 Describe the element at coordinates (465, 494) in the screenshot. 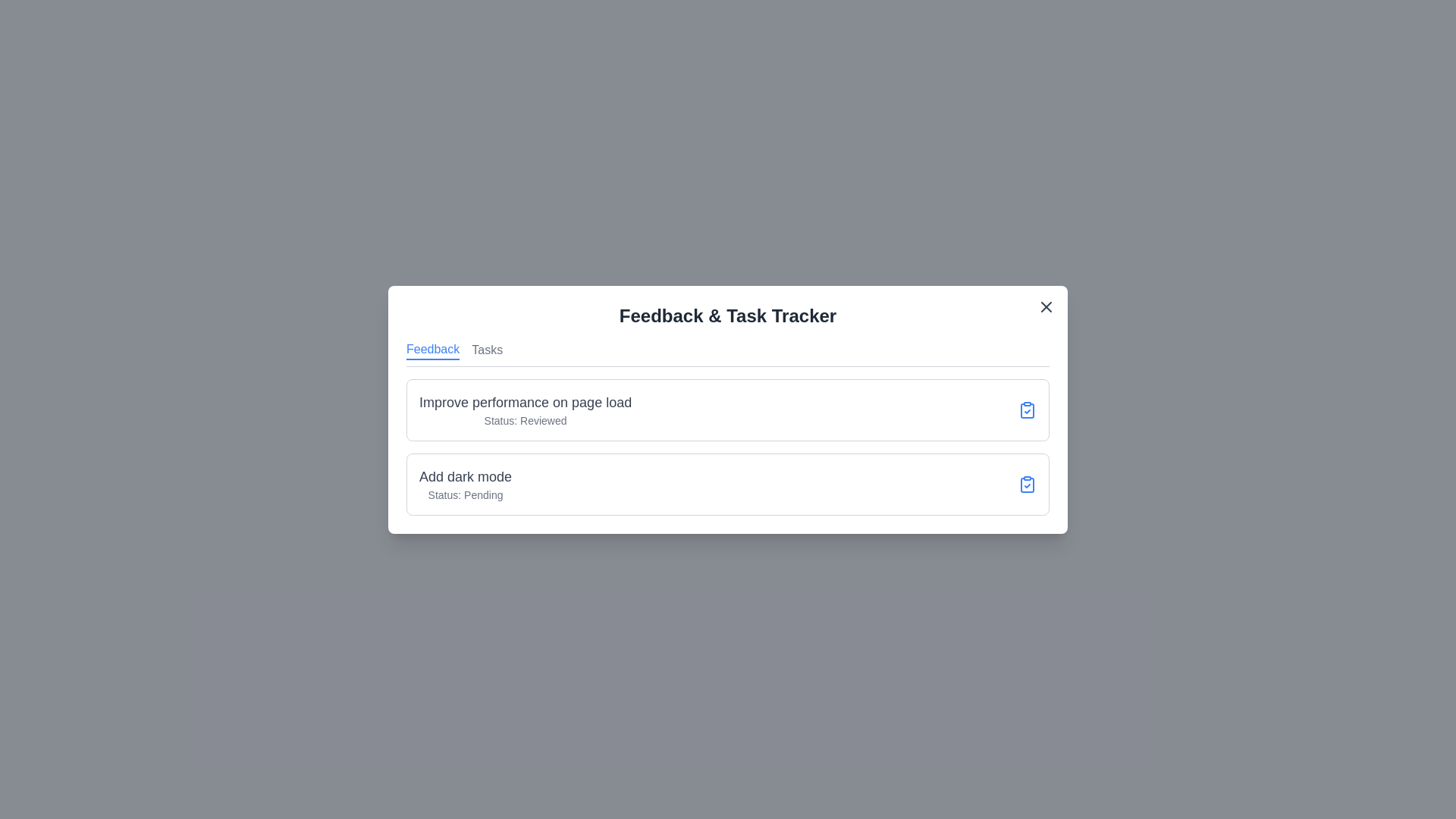

I see `the text label displaying 'Status: Pending', which is styled in a small gray font and located beneath 'Add dark mode' in the Feedback & Task Tracker interface` at that location.